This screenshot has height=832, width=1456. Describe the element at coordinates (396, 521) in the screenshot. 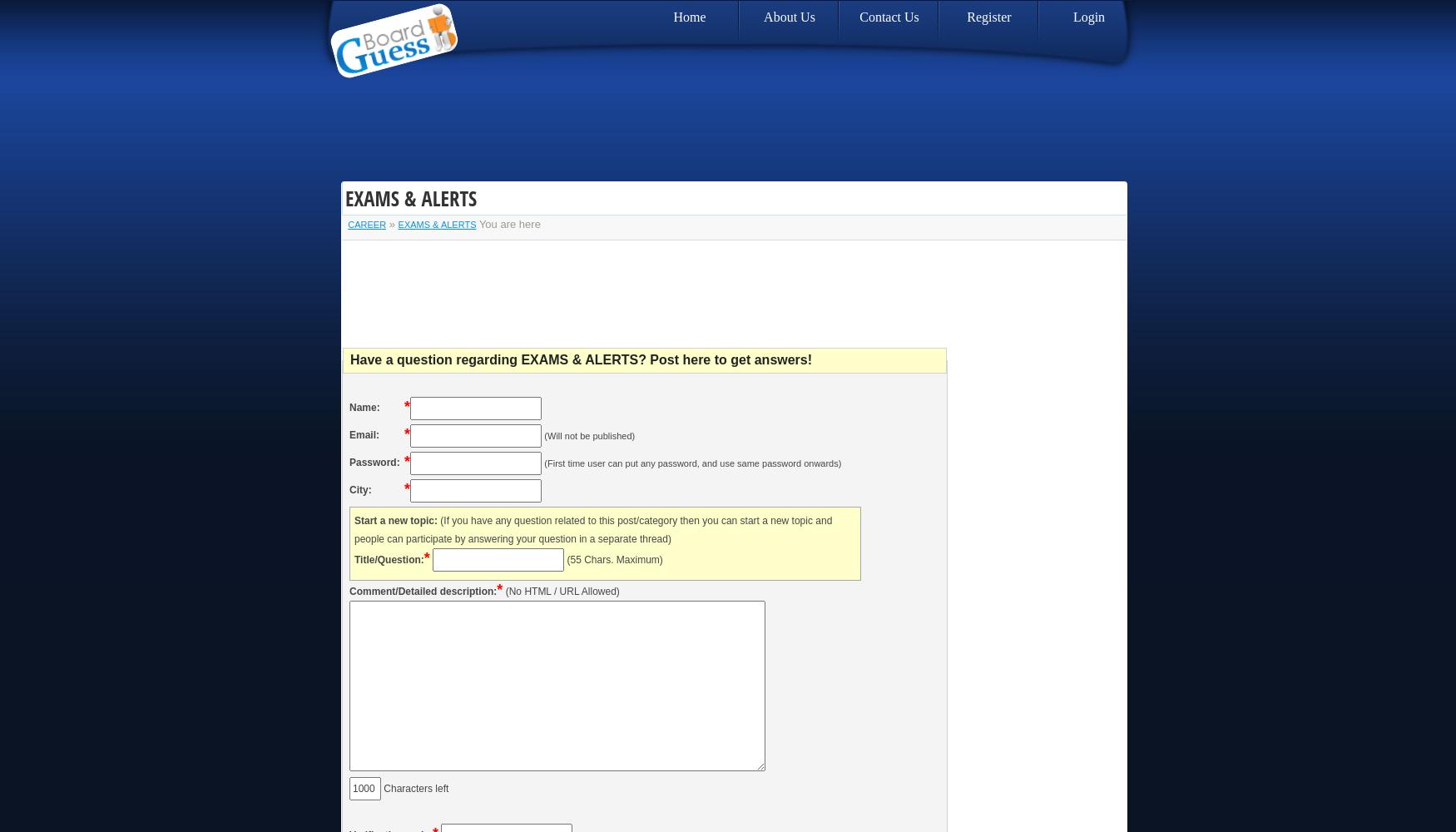

I see `'Start a new topic:'` at that location.